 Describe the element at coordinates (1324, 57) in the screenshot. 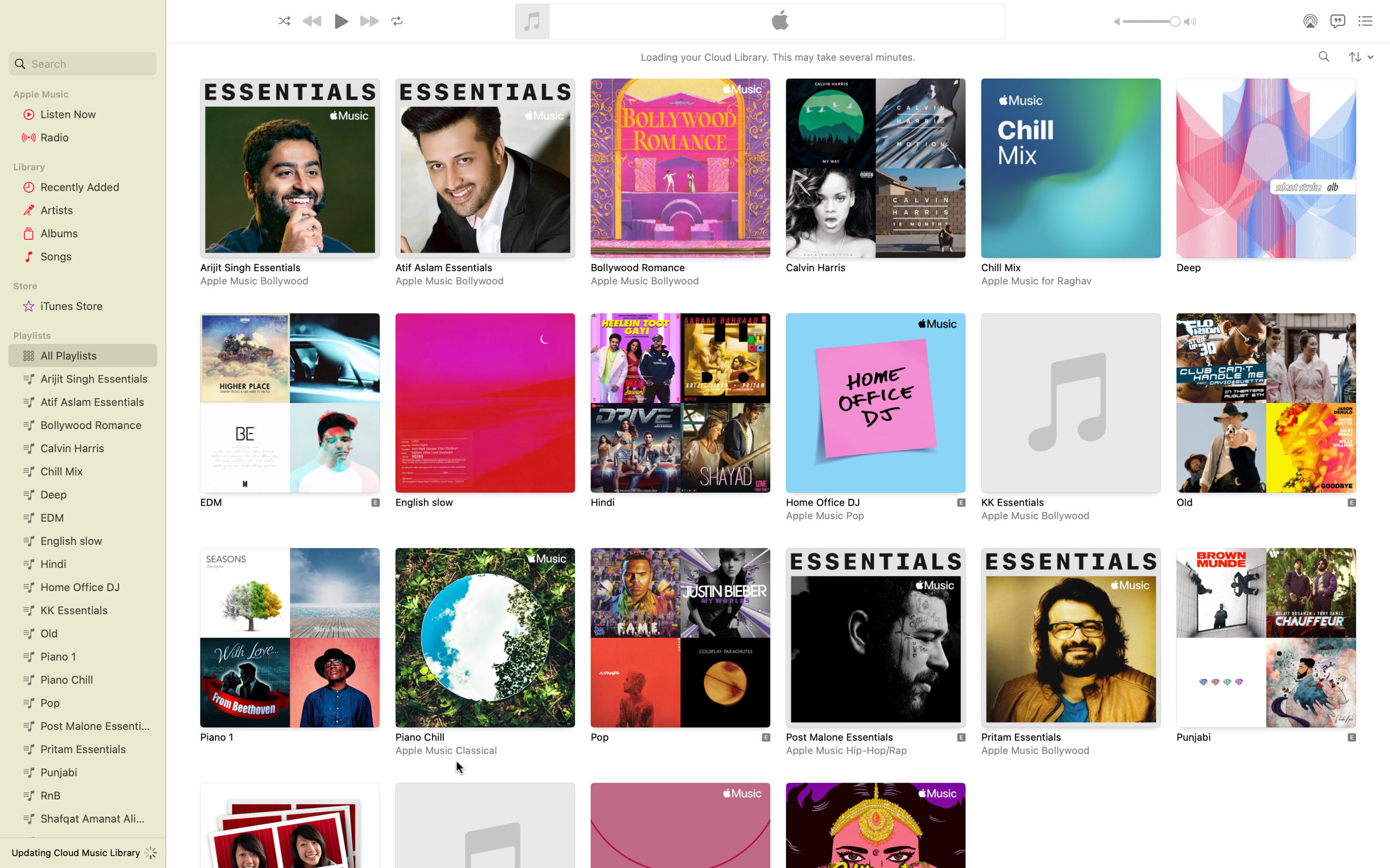

I see `Look up the musical artist "Calvin Harris` at that location.